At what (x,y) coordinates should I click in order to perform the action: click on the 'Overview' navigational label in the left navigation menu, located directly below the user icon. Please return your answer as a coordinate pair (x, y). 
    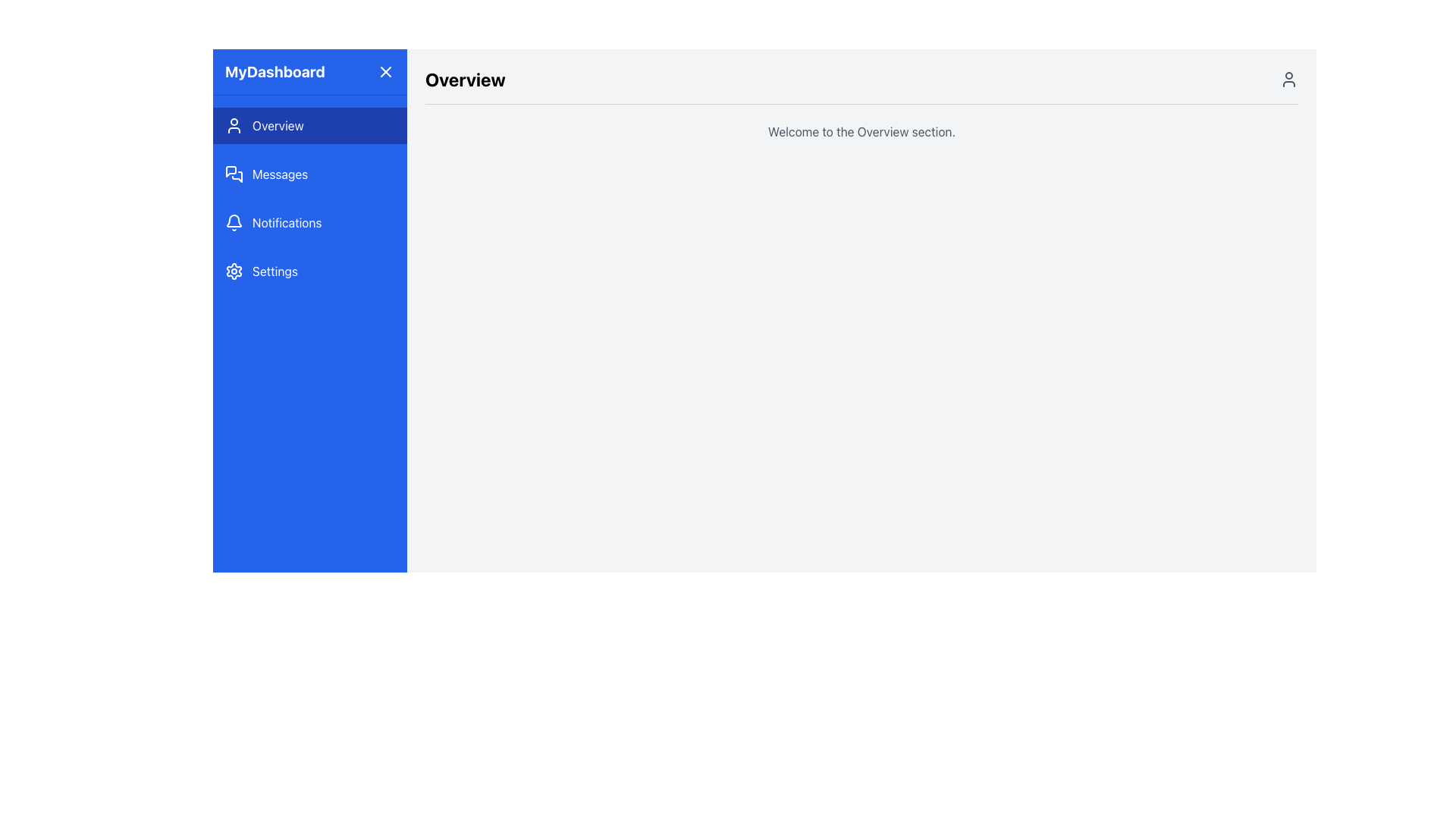
    Looking at the image, I should click on (278, 124).